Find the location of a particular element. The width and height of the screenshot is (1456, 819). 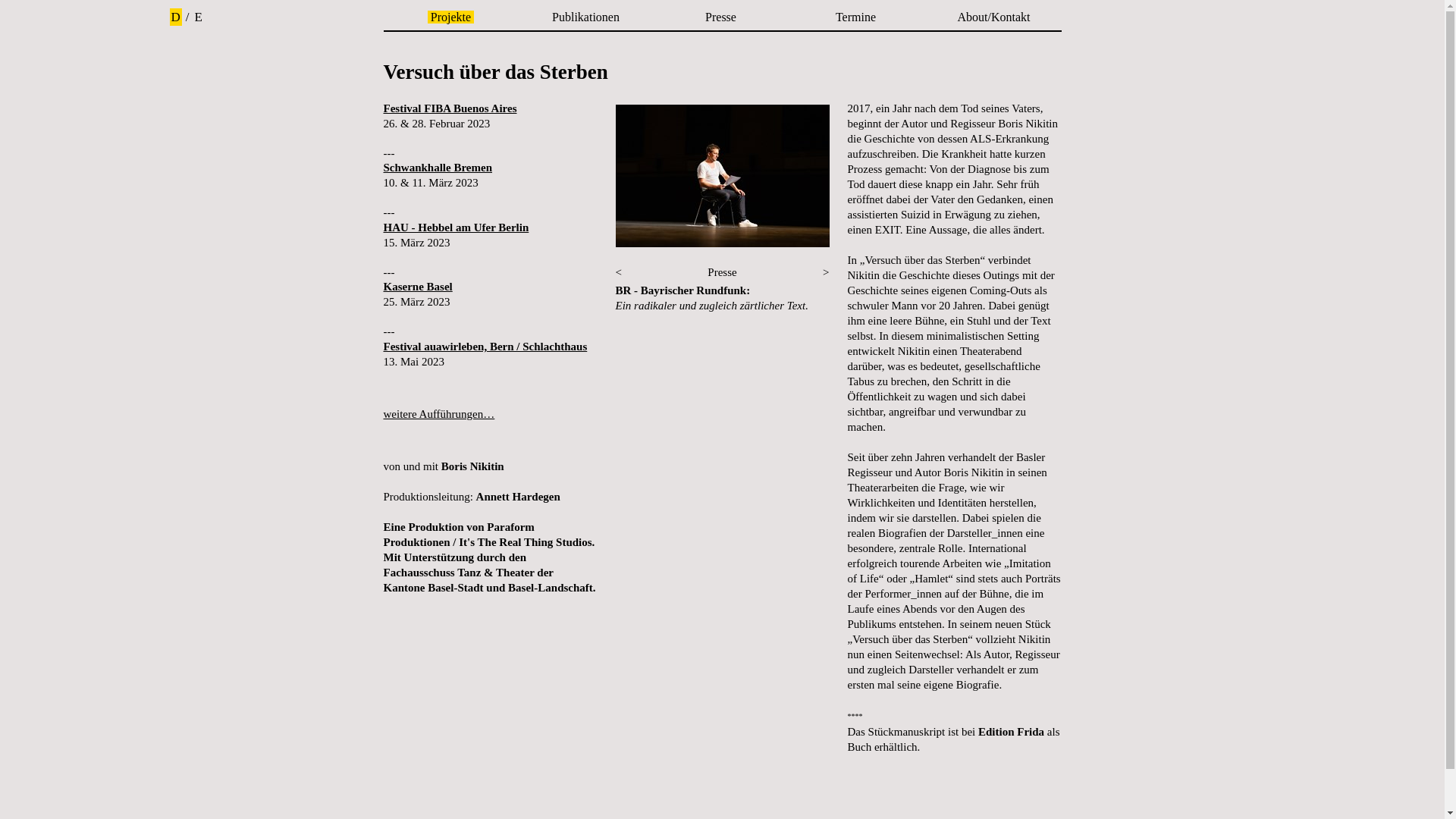

'>' is located at coordinates (825, 271).